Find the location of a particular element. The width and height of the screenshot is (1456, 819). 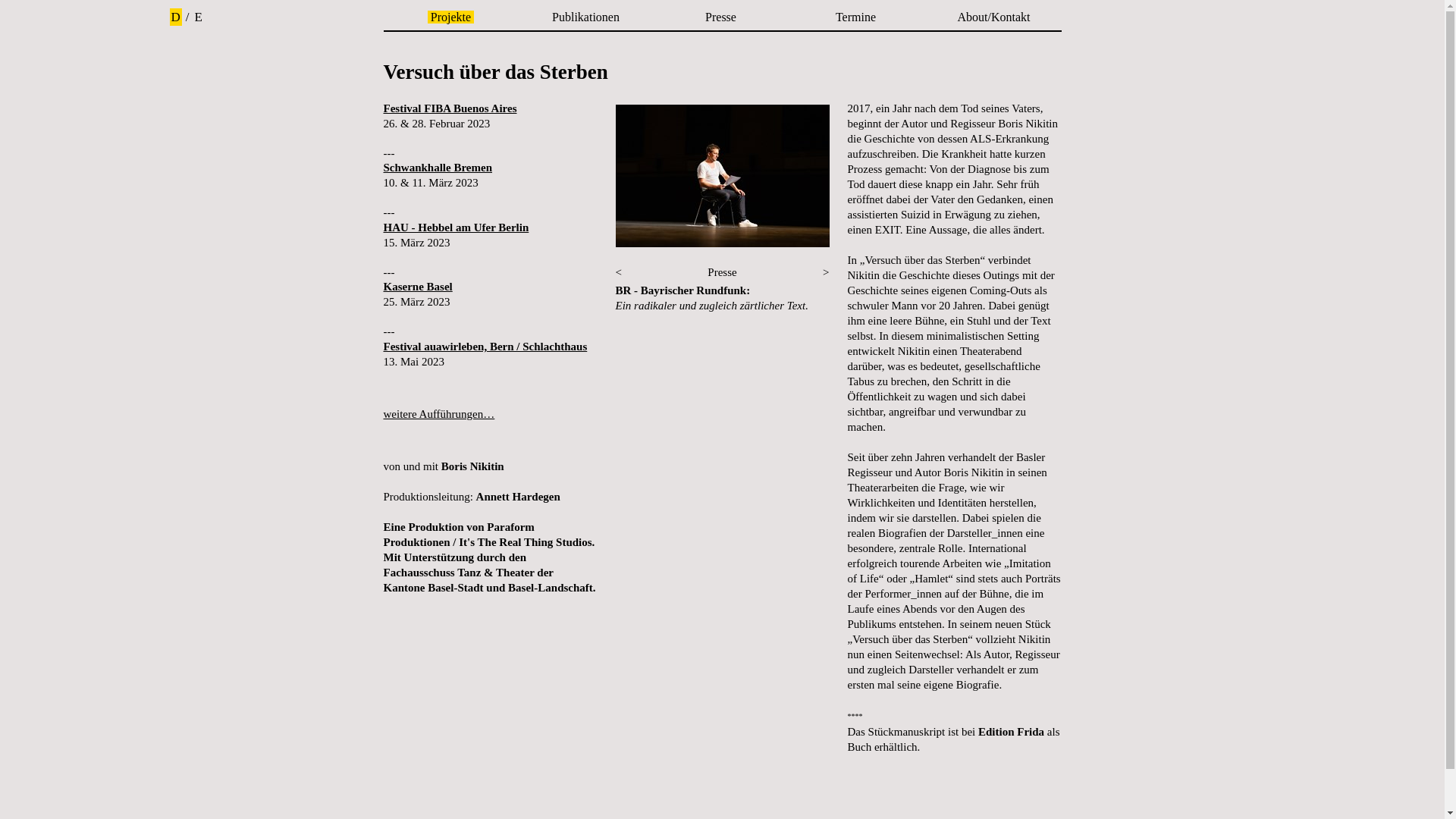

'>' is located at coordinates (825, 271).